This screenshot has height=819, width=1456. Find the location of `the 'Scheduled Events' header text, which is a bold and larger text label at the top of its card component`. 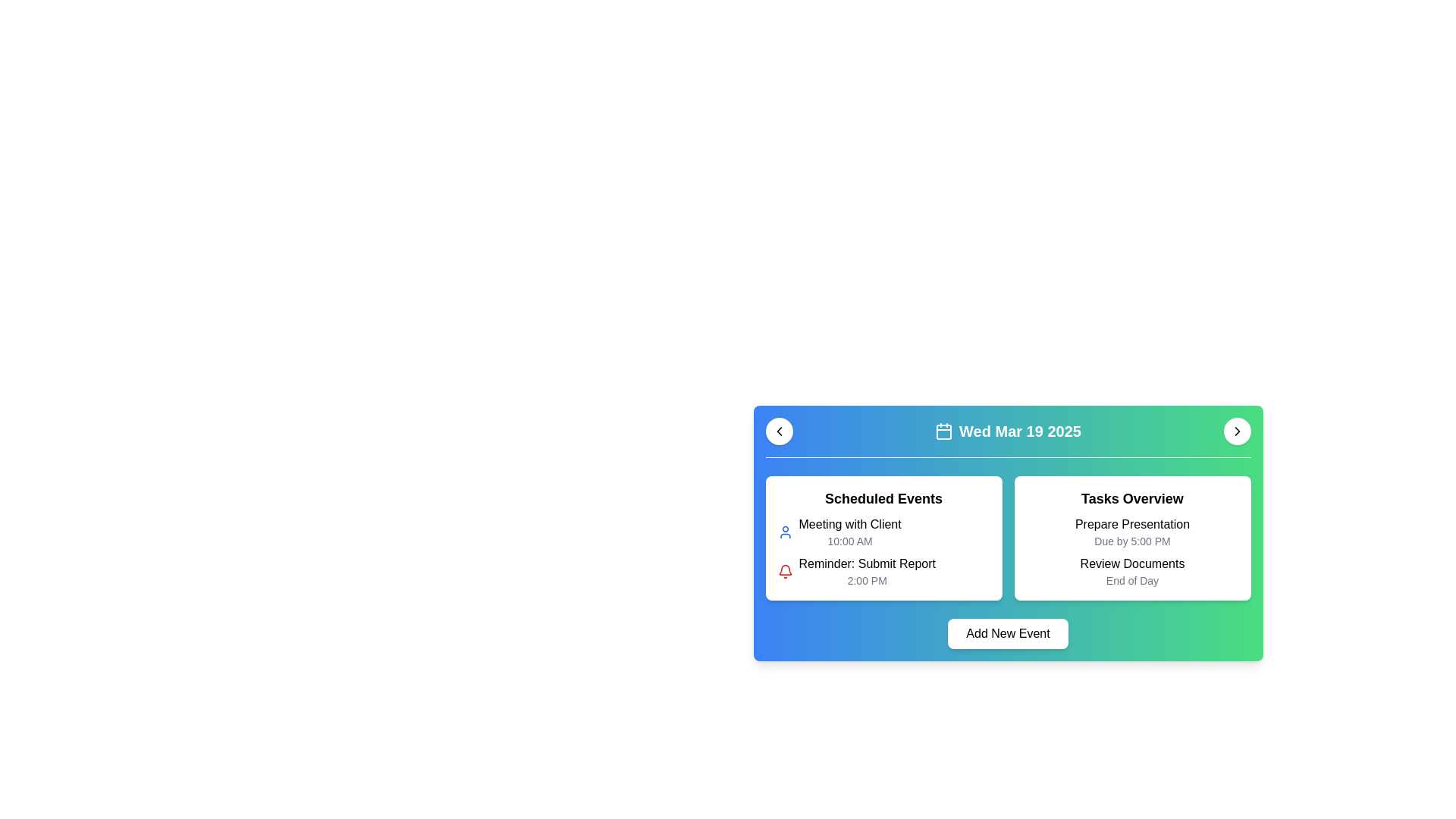

the 'Scheduled Events' header text, which is a bold and larger text label at the top of its card component is located at coordinates (883, 499).